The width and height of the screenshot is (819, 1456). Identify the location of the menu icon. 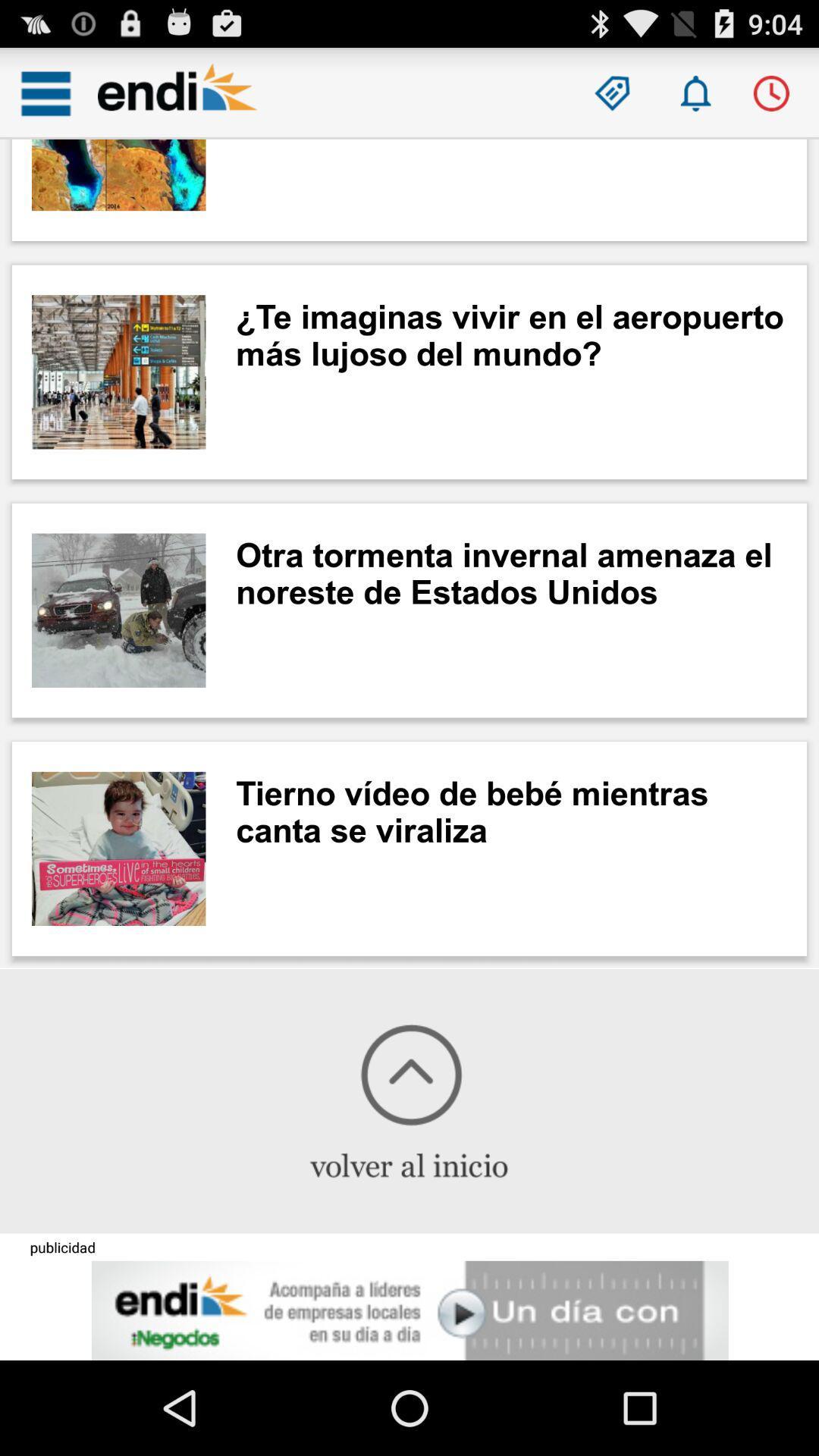
(45, 99).